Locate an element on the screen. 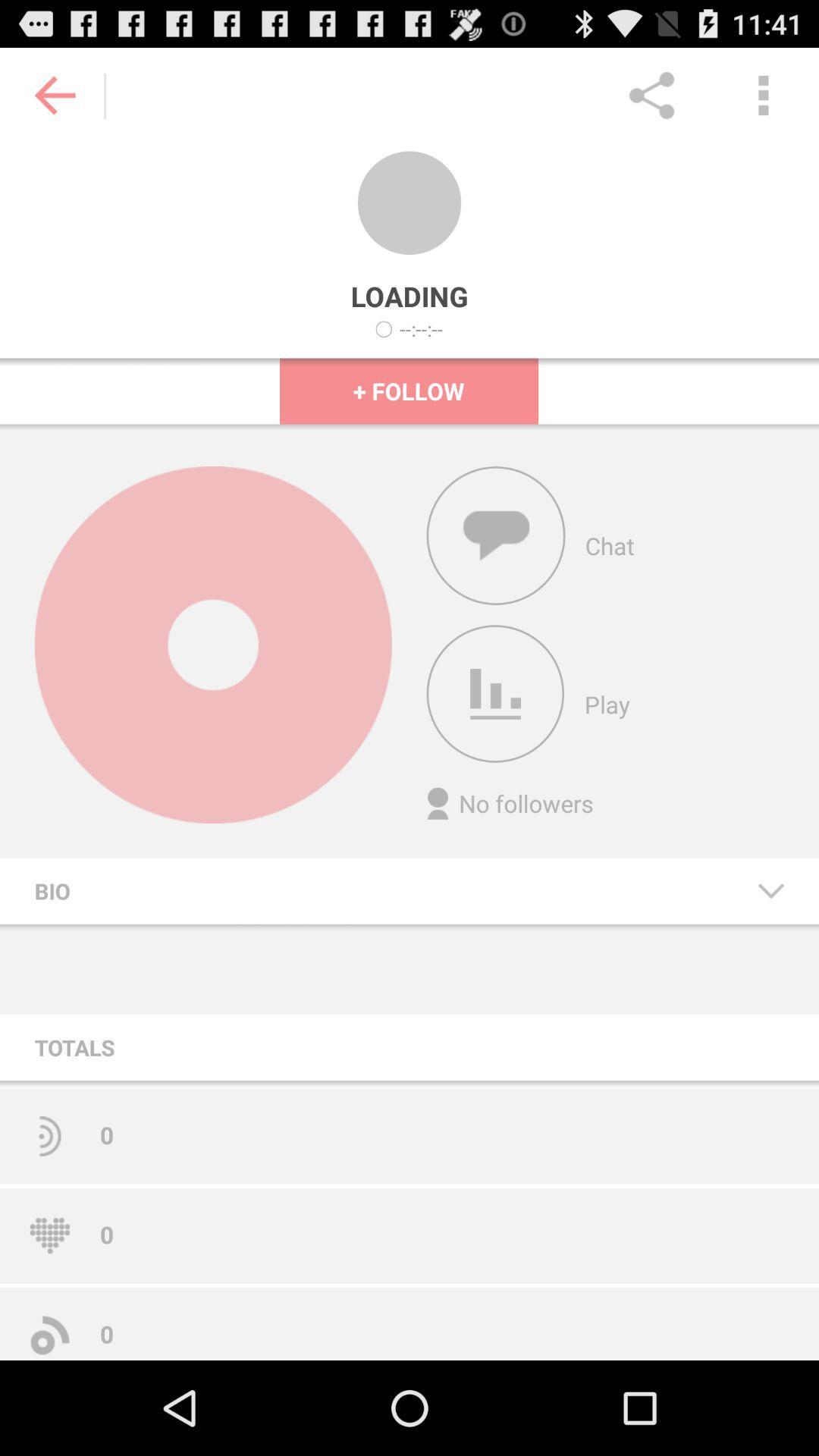 The height and width of the screenshot is (1456, 819). the icon next to chat item is located at coordinates (496, 535).